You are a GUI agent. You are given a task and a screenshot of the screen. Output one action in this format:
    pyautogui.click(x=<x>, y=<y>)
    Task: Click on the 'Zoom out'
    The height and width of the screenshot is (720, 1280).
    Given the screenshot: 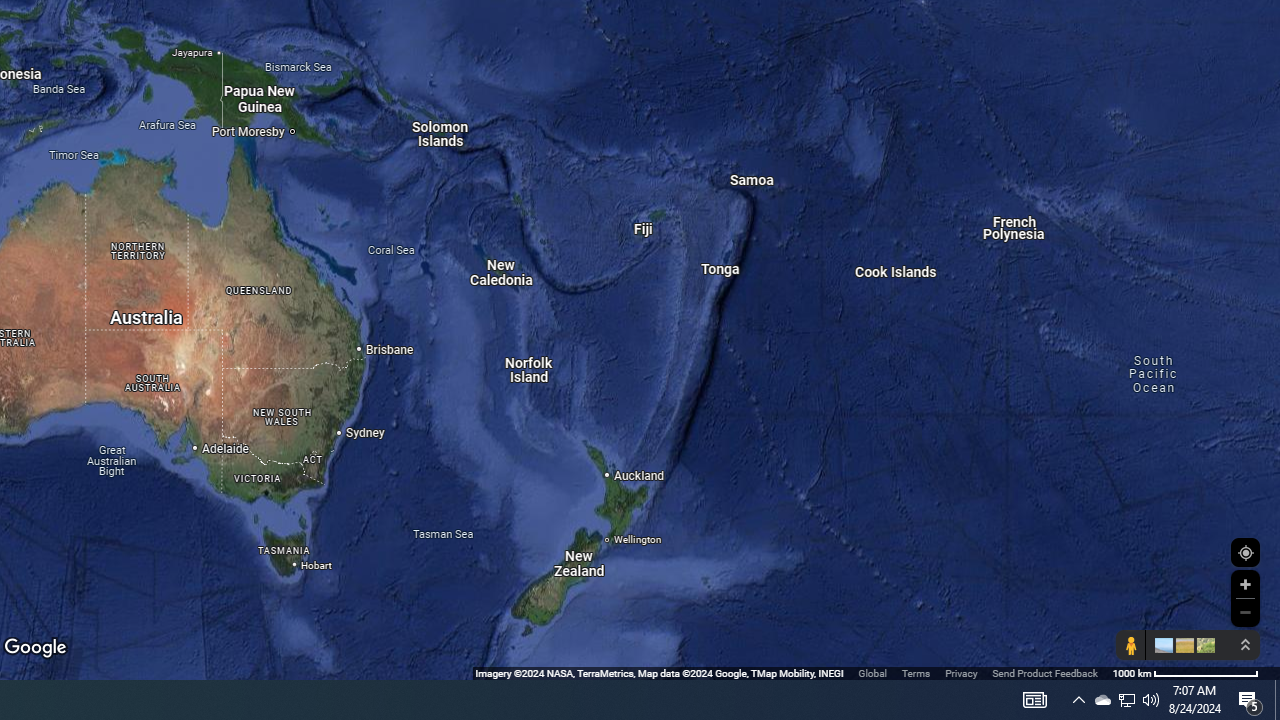 What is the action you would take?
    pyautogui.click(x=1244, y=611)
    